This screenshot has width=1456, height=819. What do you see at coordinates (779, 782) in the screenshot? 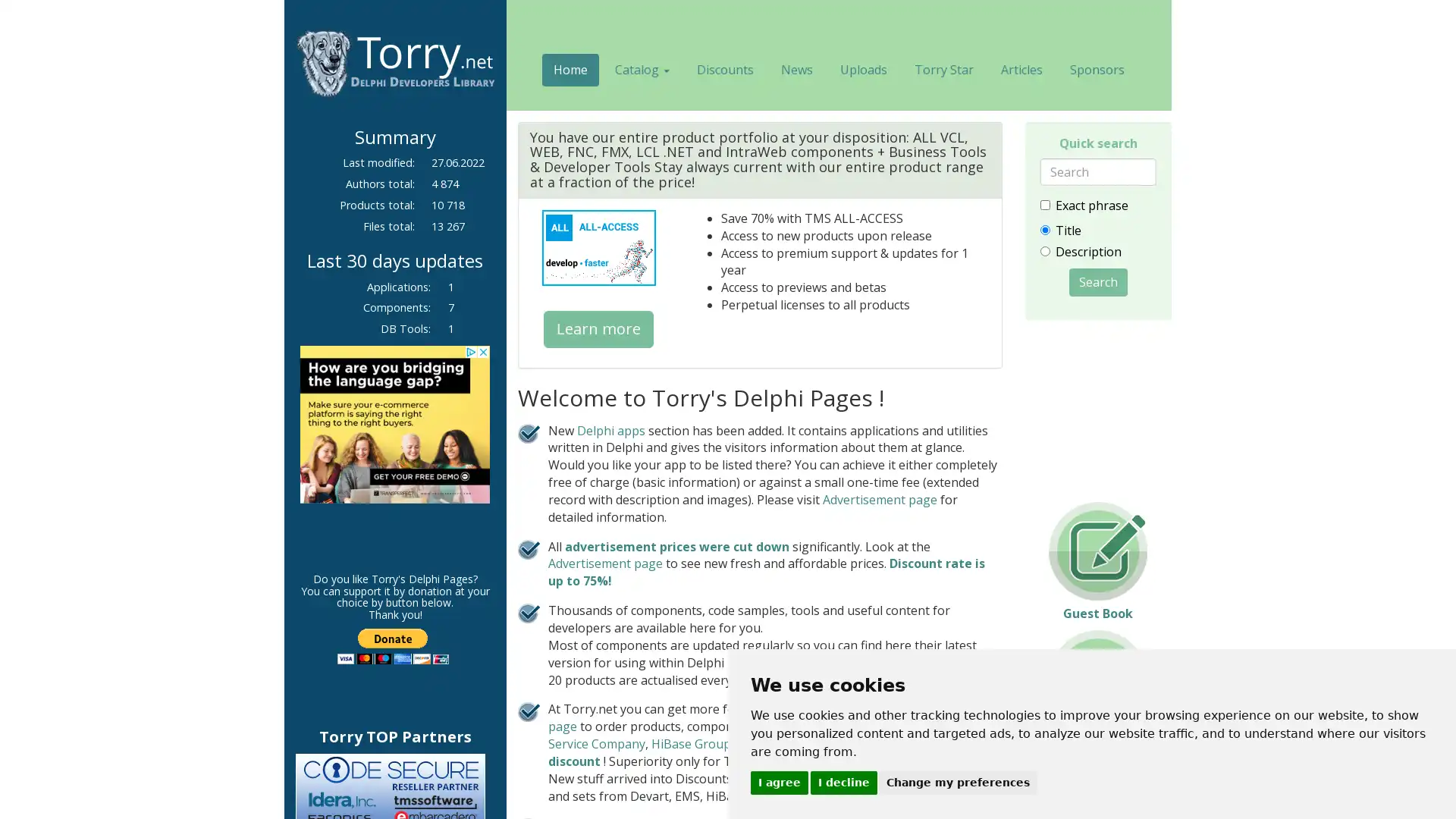
I see `I agree` at bounding box center [779, 782].